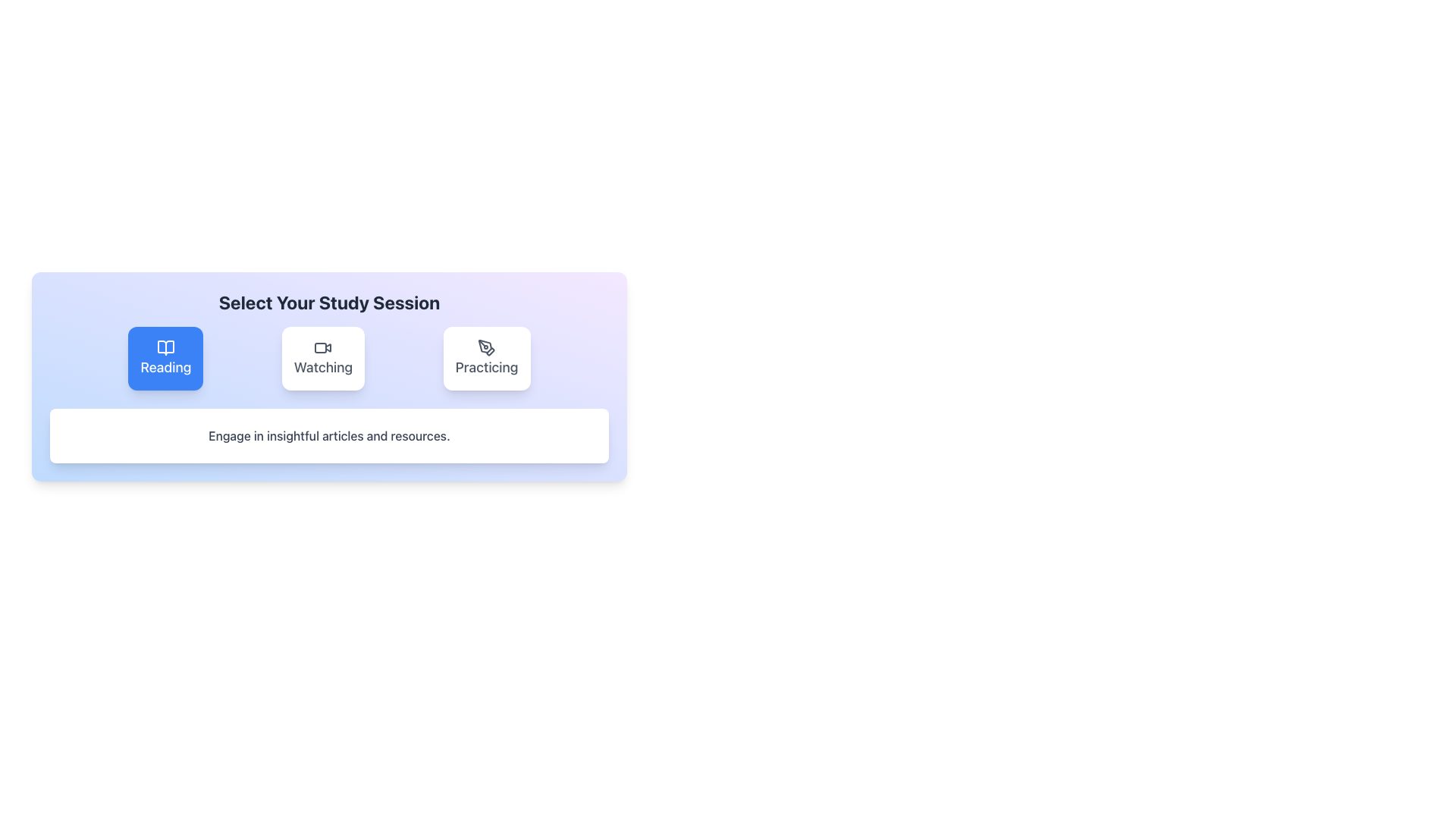 This screenshot has height=819, width=1456. What do you see at coordinates (165, 368) in the screenshot?
I see `the text label displaying 'Reading', which is centered within a blue button at the bottom of an icon of an open book` at bounding box center [165, 368].